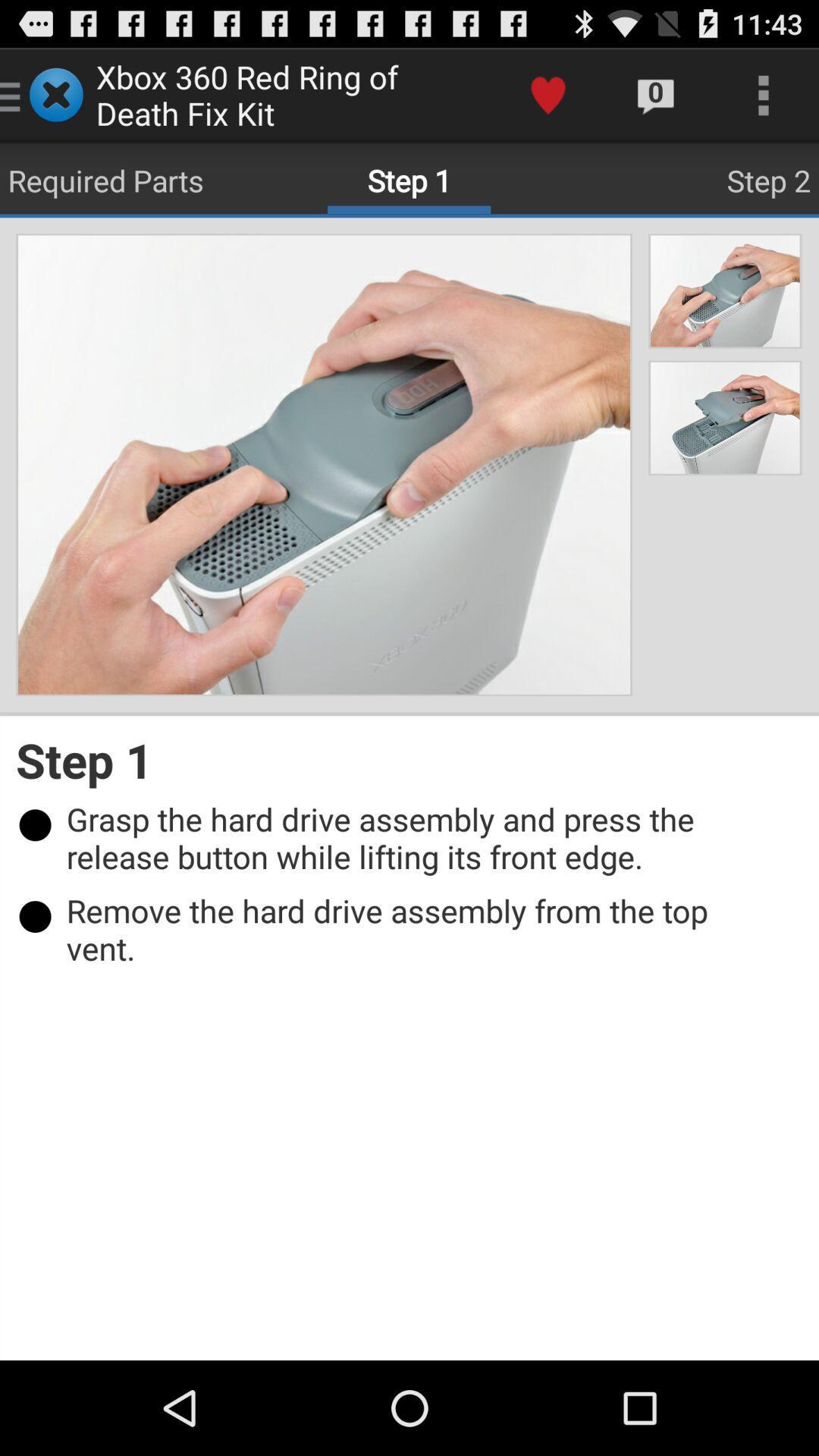  What do you see at coordinates (548, 94) in the screenshot?
I see `the item next to the xbox 360 red` at bounding box center [548, 94].